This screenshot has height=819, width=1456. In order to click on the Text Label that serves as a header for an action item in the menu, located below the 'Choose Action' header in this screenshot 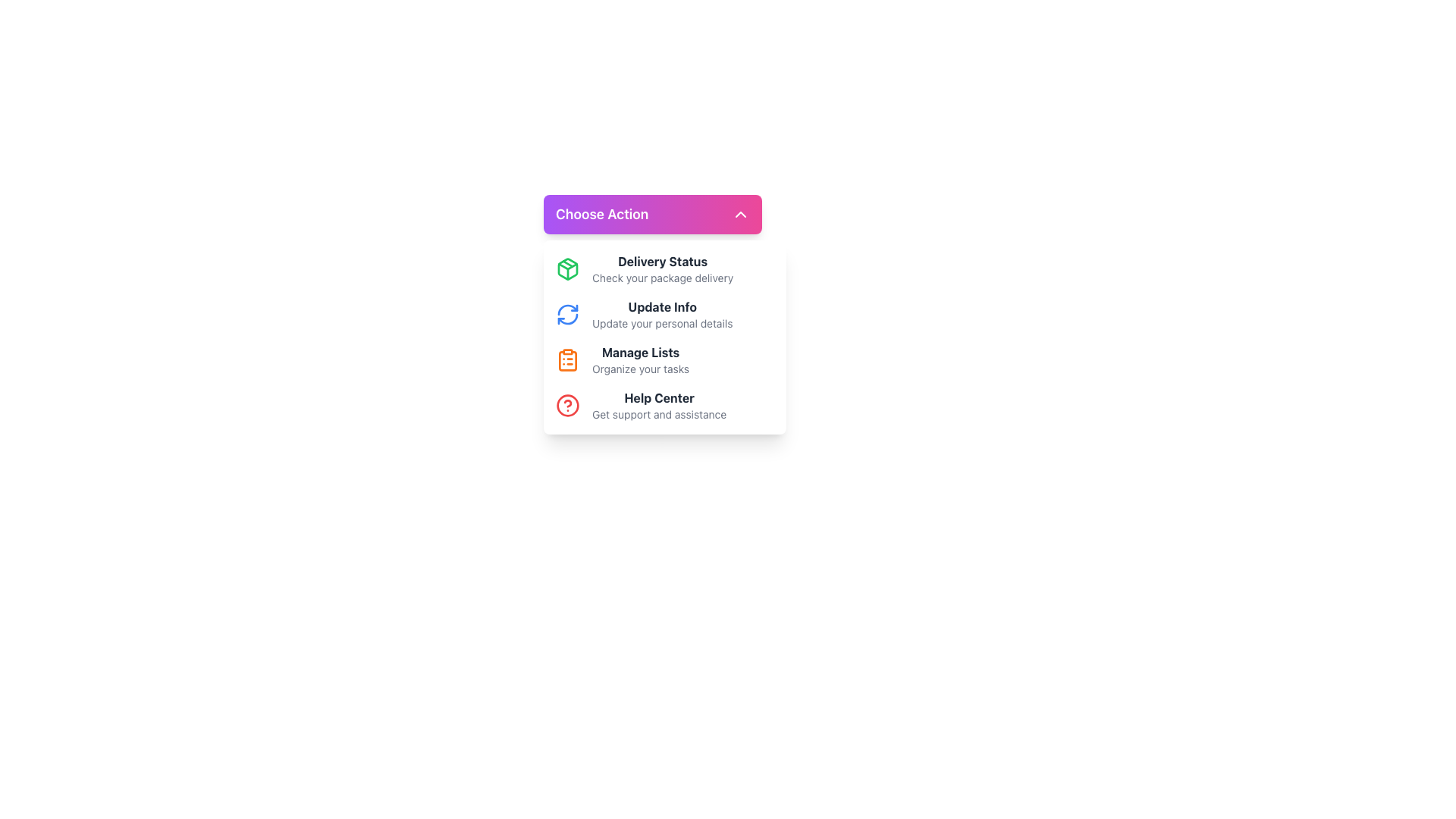, I will do `click(662, 307)`.